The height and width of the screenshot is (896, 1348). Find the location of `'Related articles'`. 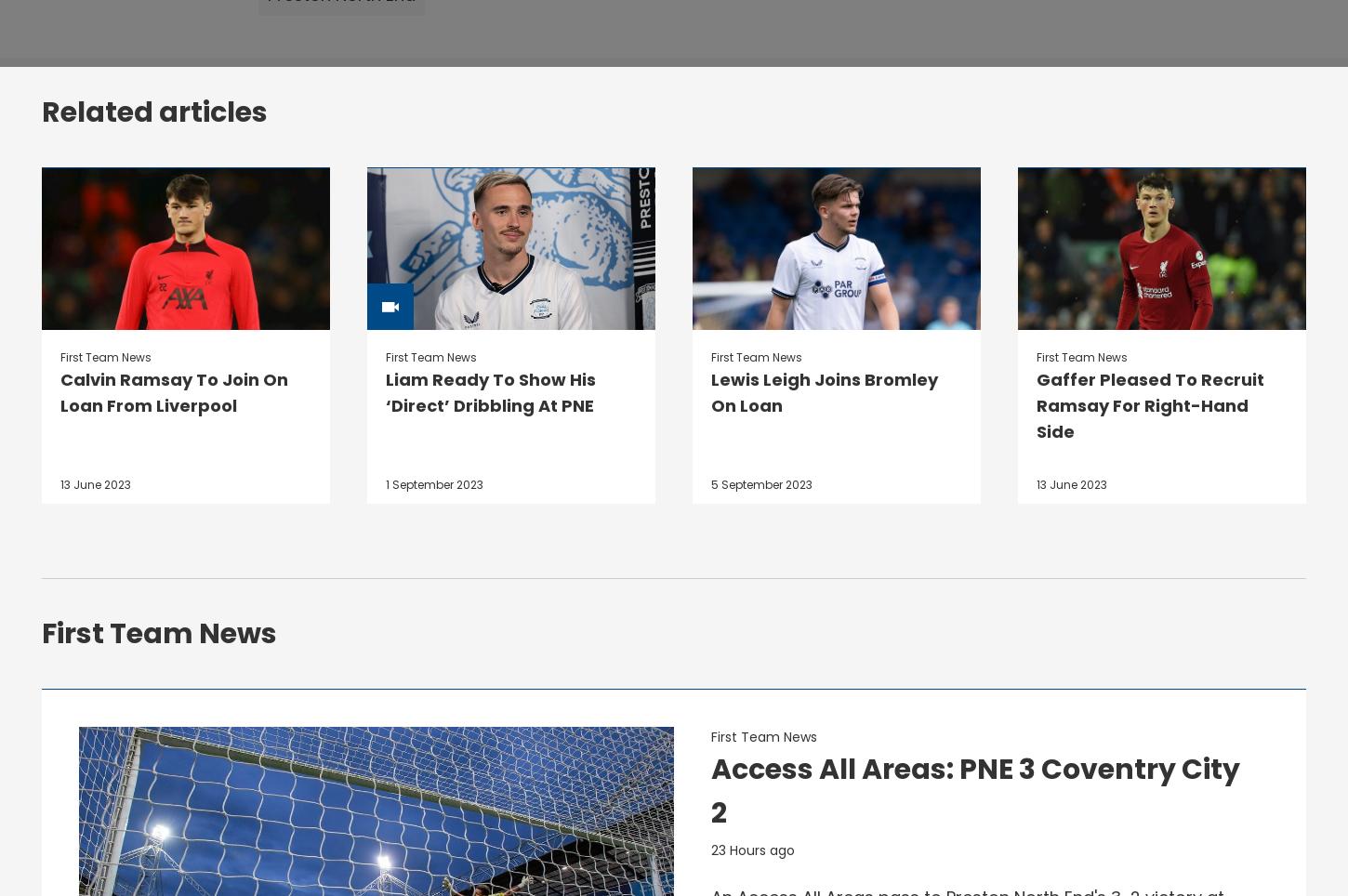

'Related articles' is located at coordinates (41, 111).